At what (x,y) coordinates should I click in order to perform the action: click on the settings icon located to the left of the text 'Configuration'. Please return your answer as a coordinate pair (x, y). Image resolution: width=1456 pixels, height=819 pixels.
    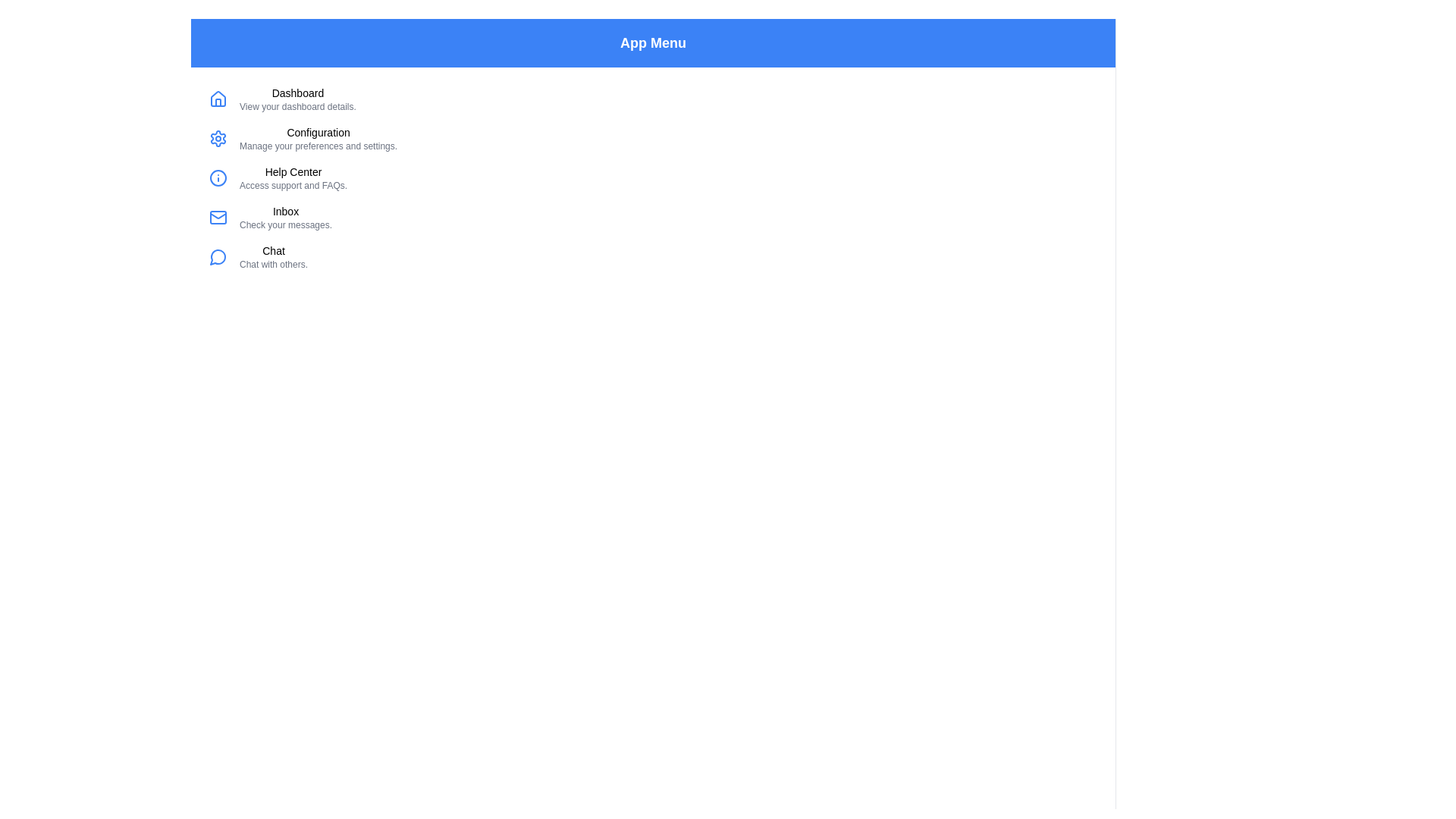
    Looking at the image, I should click on (218, 138).